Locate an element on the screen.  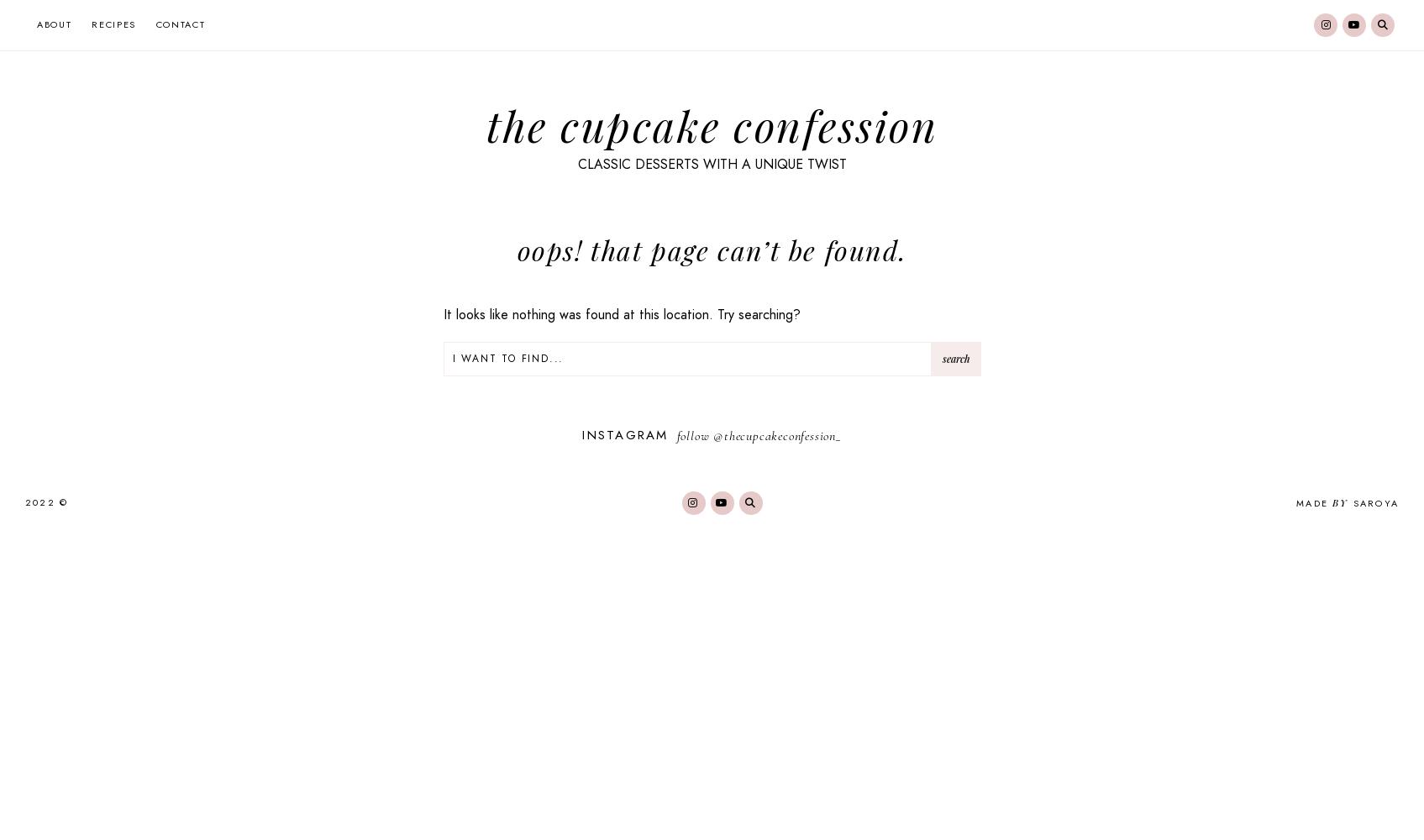
'by' is located at coordinates (1340, 501).